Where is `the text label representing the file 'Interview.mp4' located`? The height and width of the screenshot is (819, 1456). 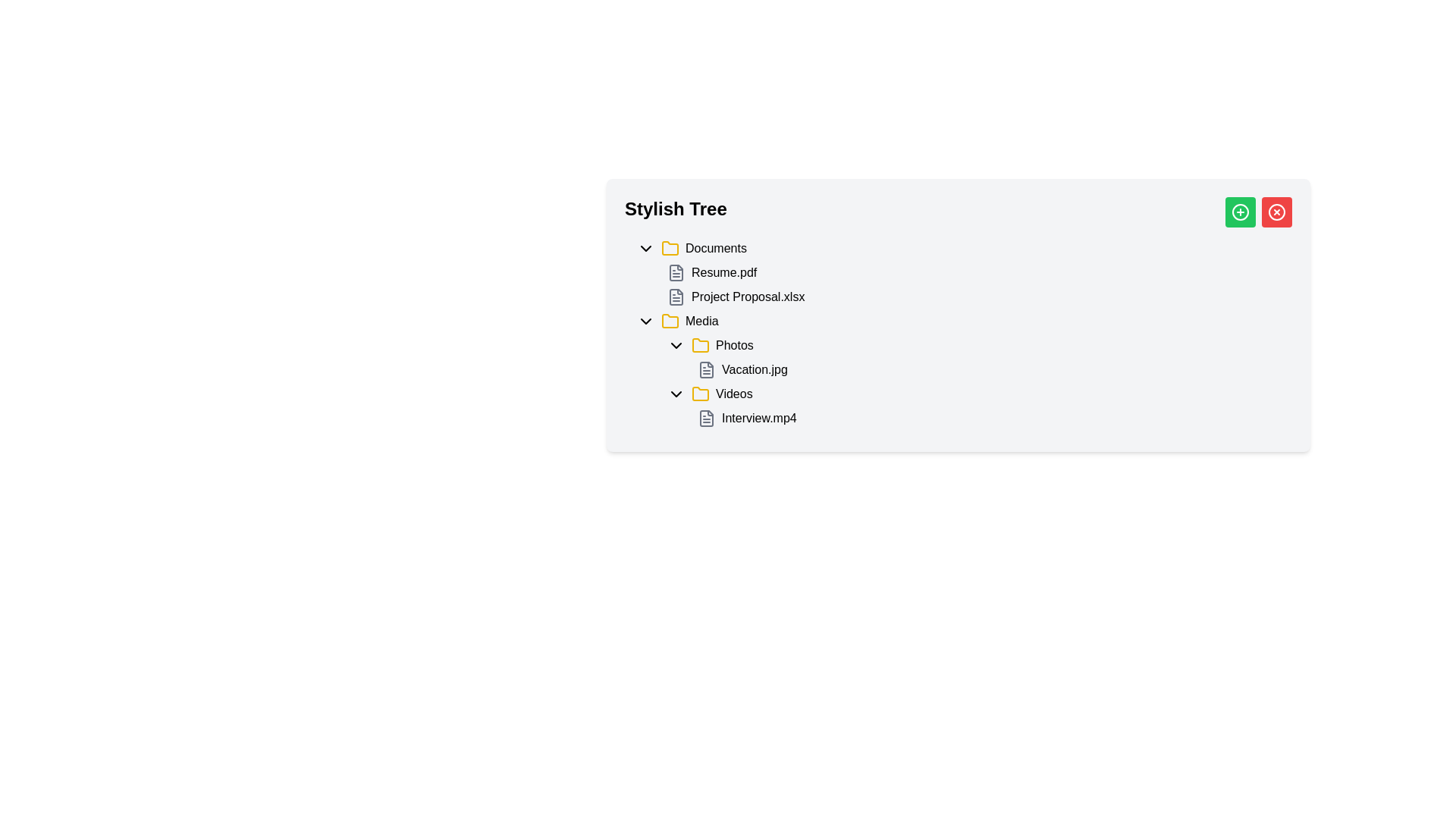
the text label representing the file 'Interview.mp4' located is located at coordinates (759, 418).